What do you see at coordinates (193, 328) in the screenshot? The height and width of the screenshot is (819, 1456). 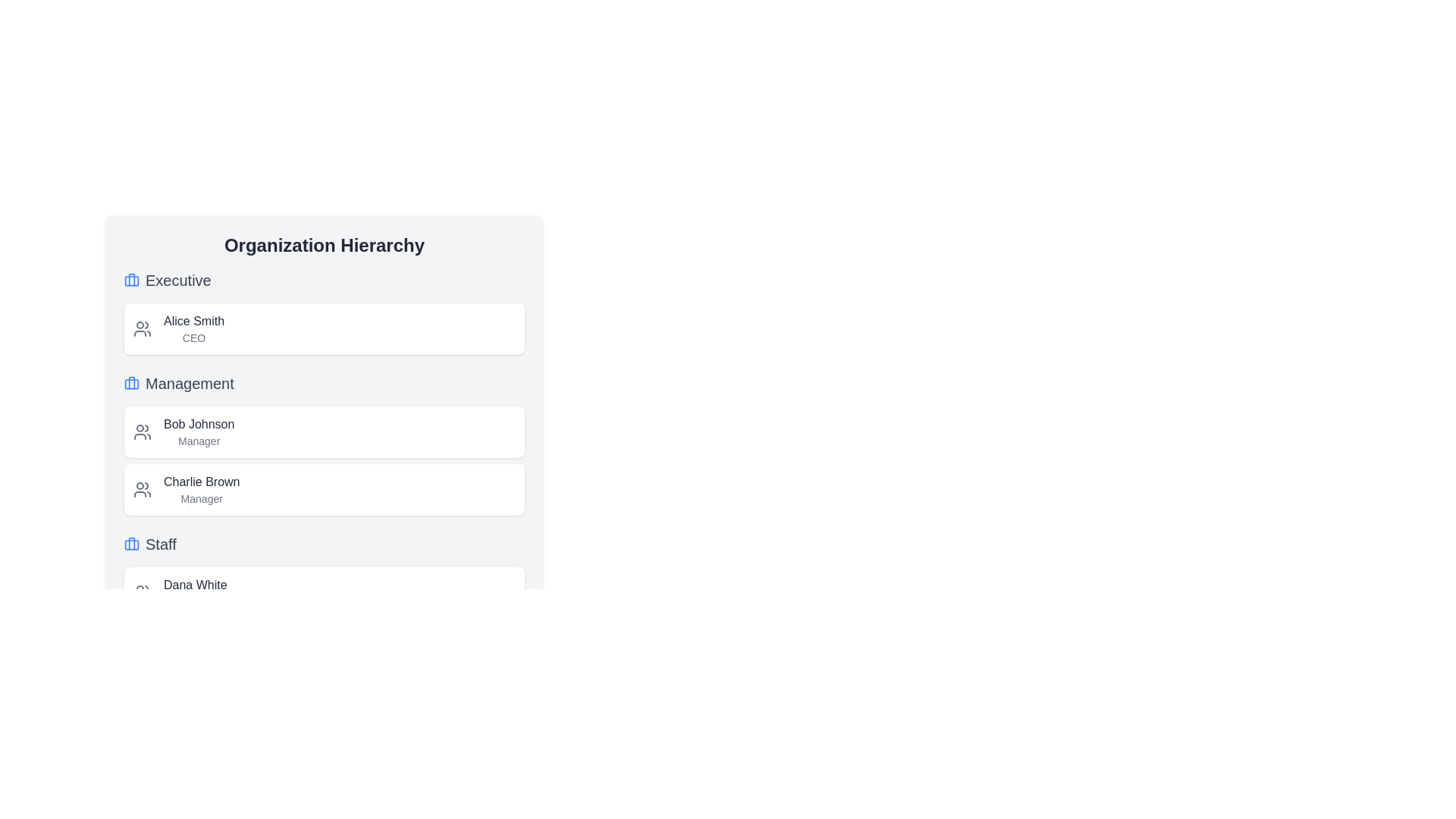 I see `the text display component that shows 'Alice Smith, CEO' within the topmost card in the 'Executive' section of the 'Organization Hierarchy'` at bounding box center [193, 328].